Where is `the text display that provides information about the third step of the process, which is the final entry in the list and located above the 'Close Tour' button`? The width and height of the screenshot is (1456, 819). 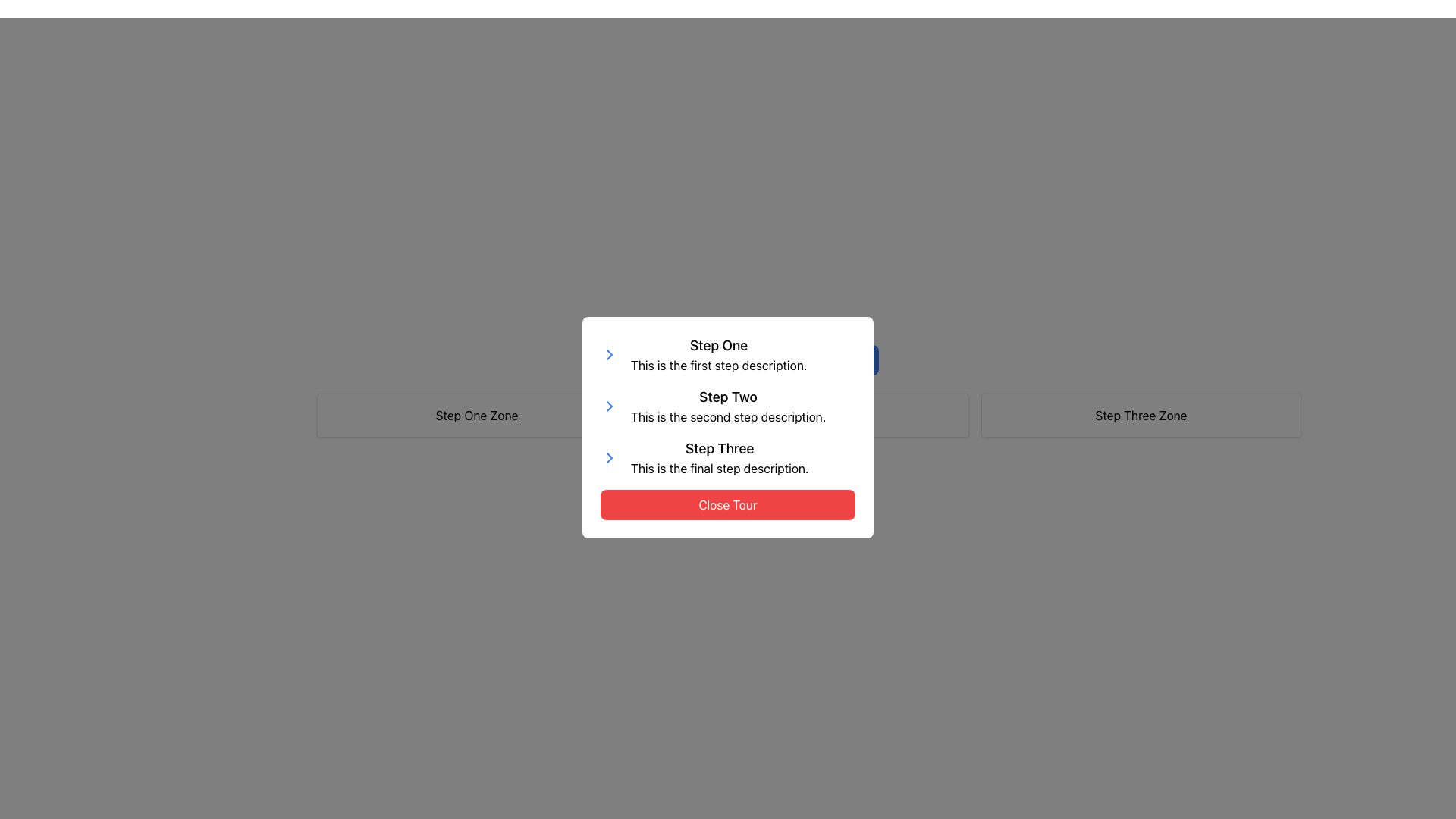 the text display that provides information about the third step of the process, which is the final entry in the list and located above the 'Close Tour' button is located at coordinates (728, 457).